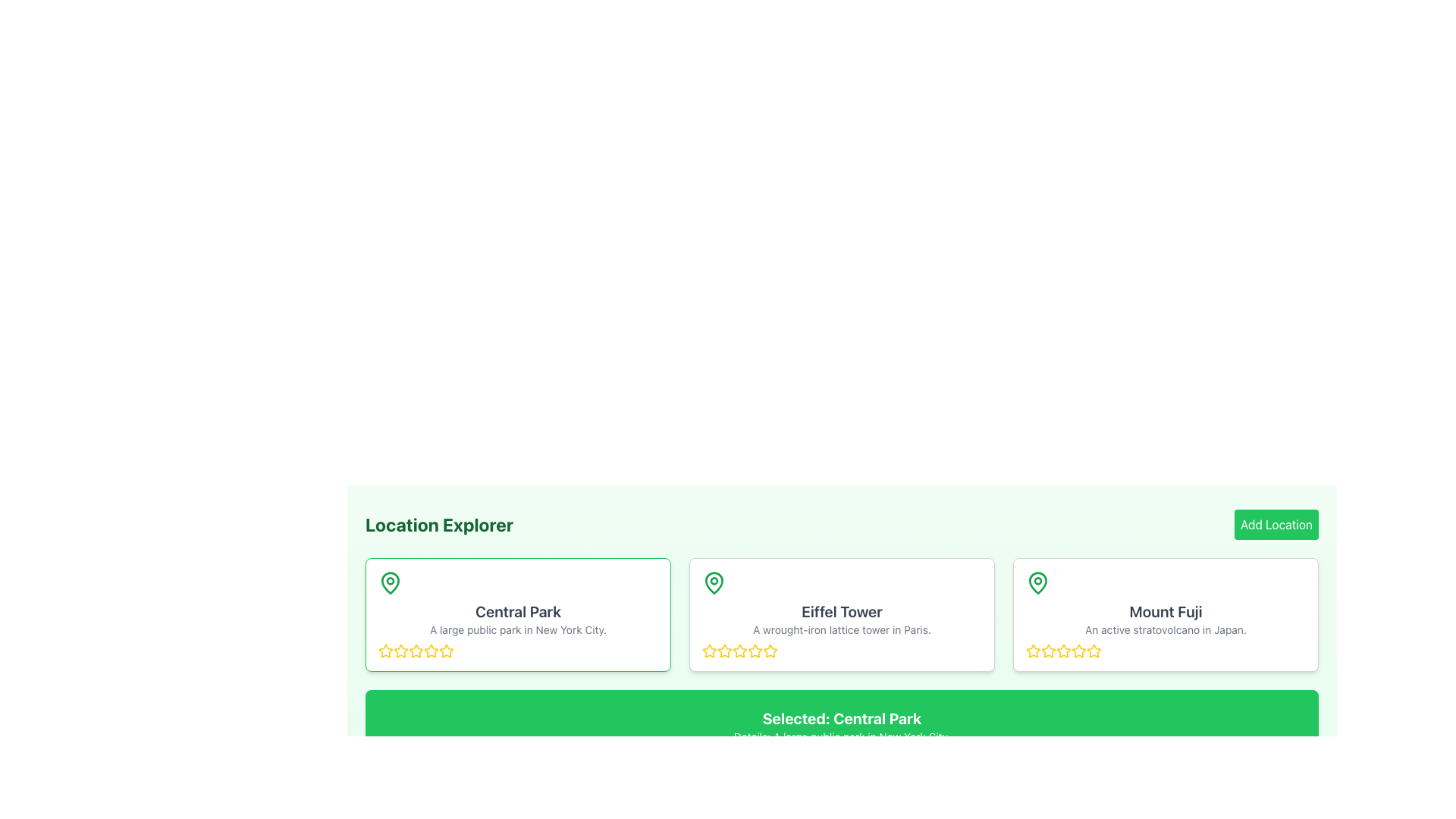 Image resolution: width=1456 pixels, height=819 pixels. Describe the element at coordinates (1037, 582) in the screenshot. I see `the green map pin icon located in the top left corner of the 'Mount Fuji' card, above the title text 'Mount Fuji'` at that location.